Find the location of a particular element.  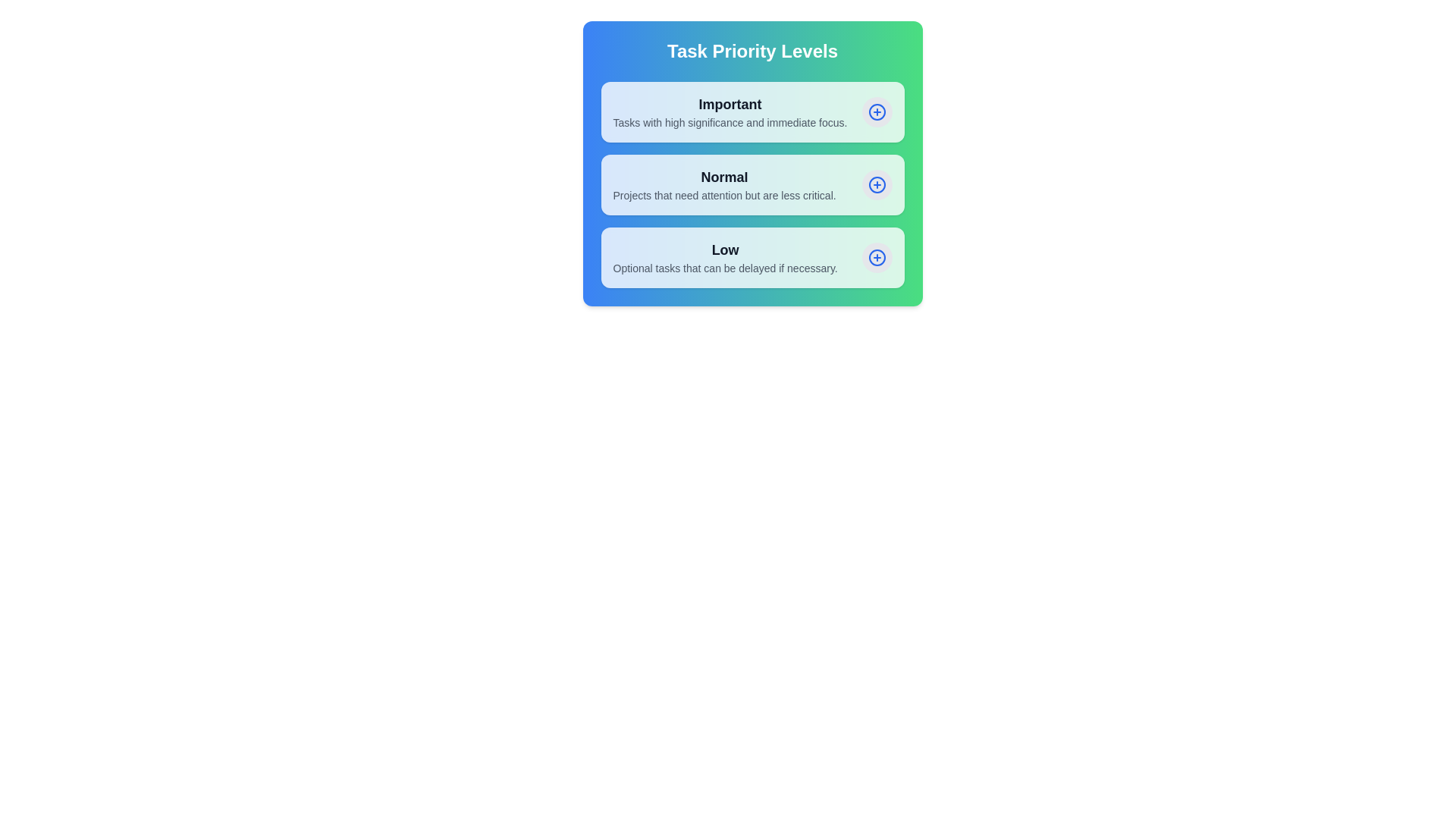

the 'Low' priority category text label is located at coordinates (724, 249).